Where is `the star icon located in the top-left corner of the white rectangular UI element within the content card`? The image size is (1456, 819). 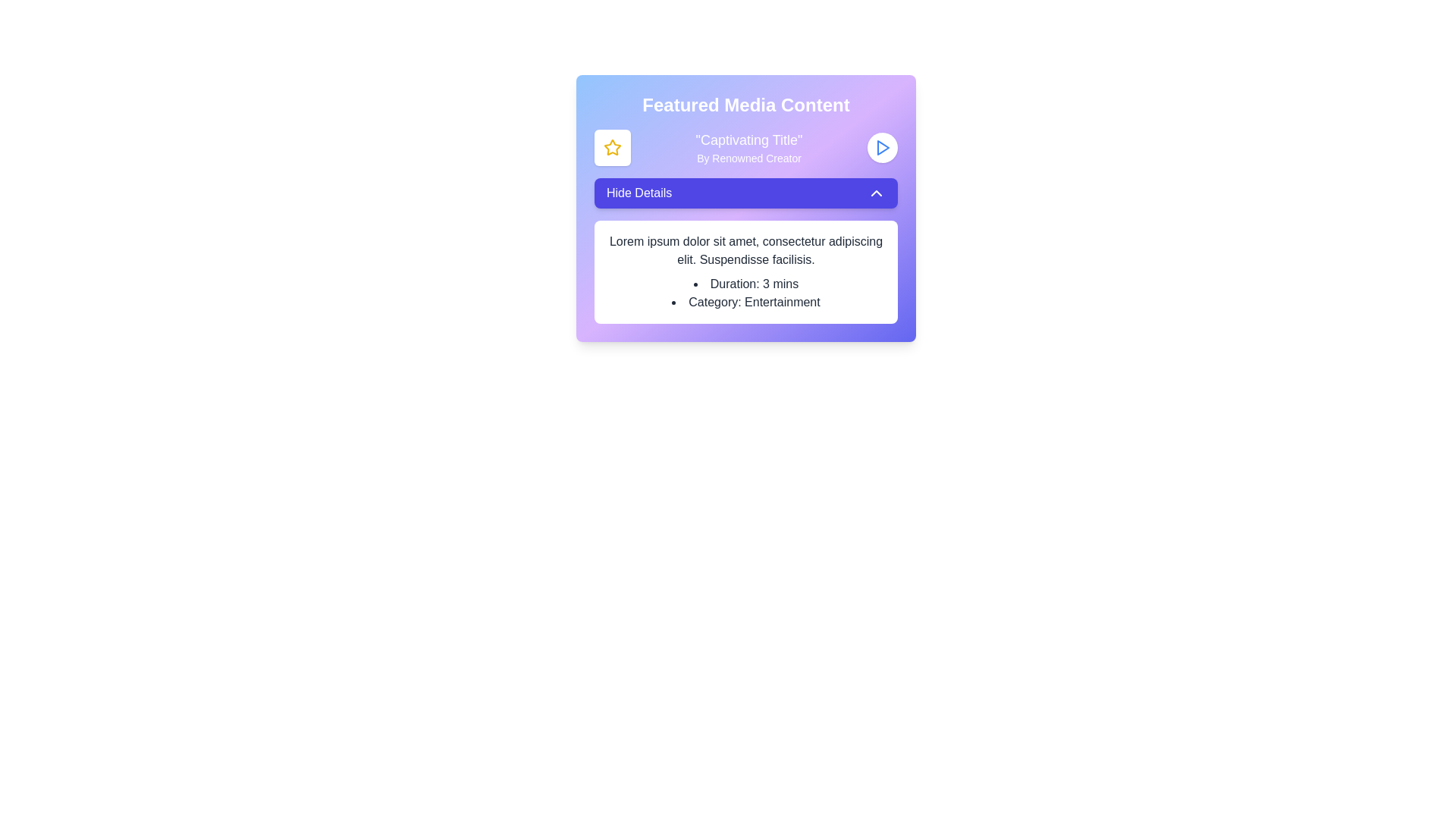
the star icon located in the top-left corner of the white rectangular UI element within the content card is located at coordinates (612, 148).